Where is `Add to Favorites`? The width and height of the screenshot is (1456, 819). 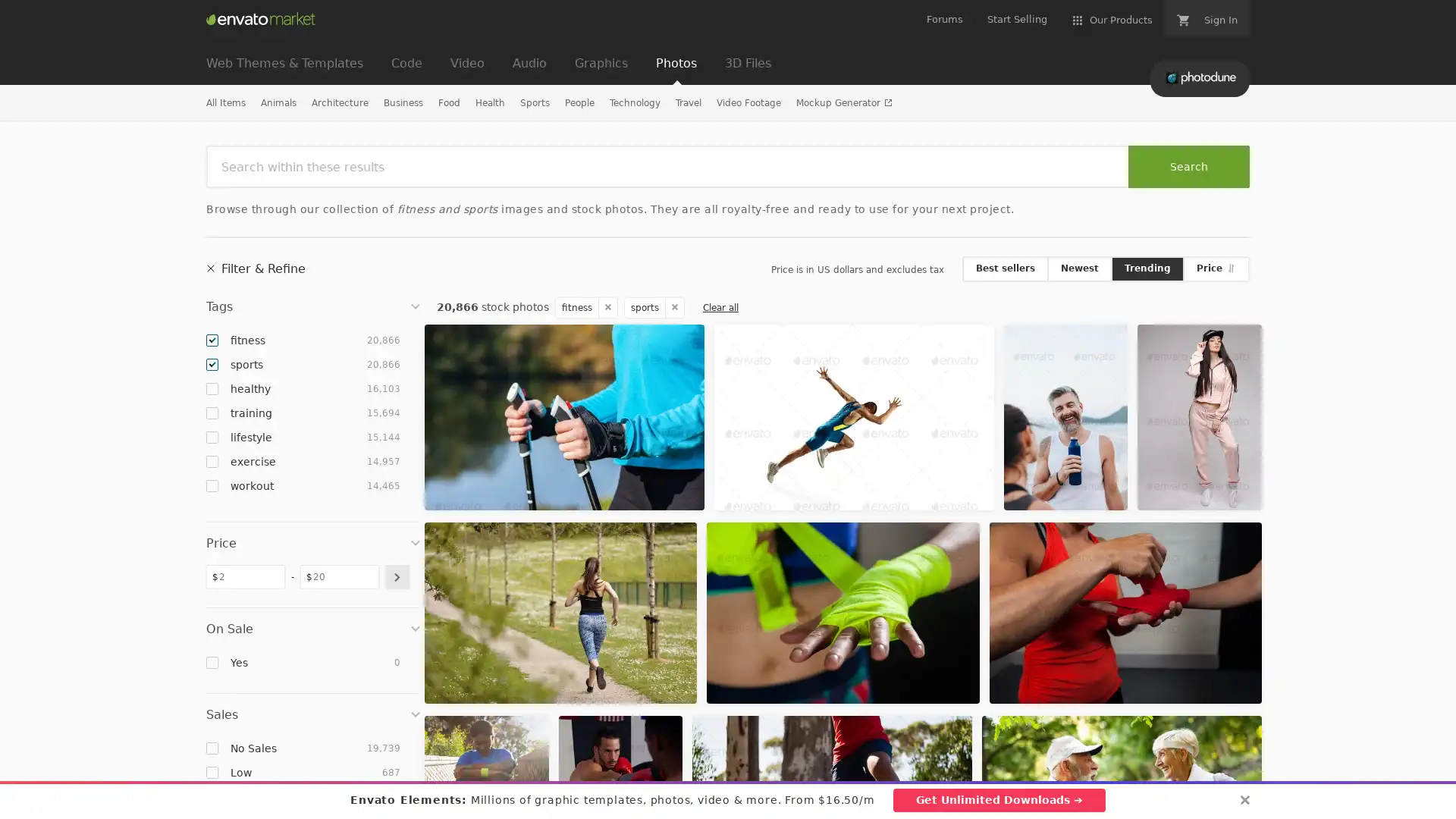
Add to Favorites is located at coordinates (1241, 541).